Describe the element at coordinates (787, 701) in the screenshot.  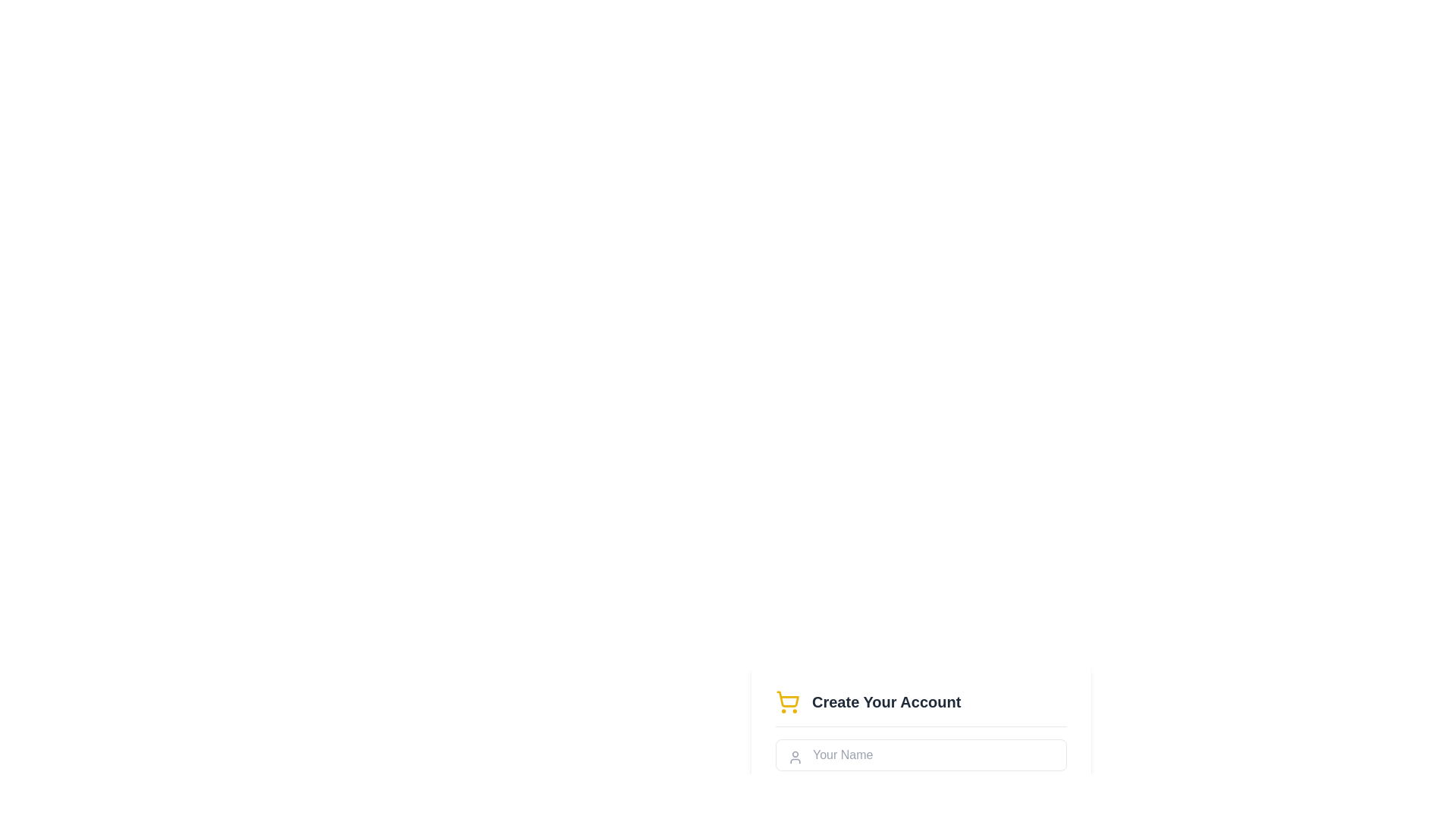
I see `the decorative shopping cart icon representing account creation, located to the left of the 'Create Your Account' text` at that location.